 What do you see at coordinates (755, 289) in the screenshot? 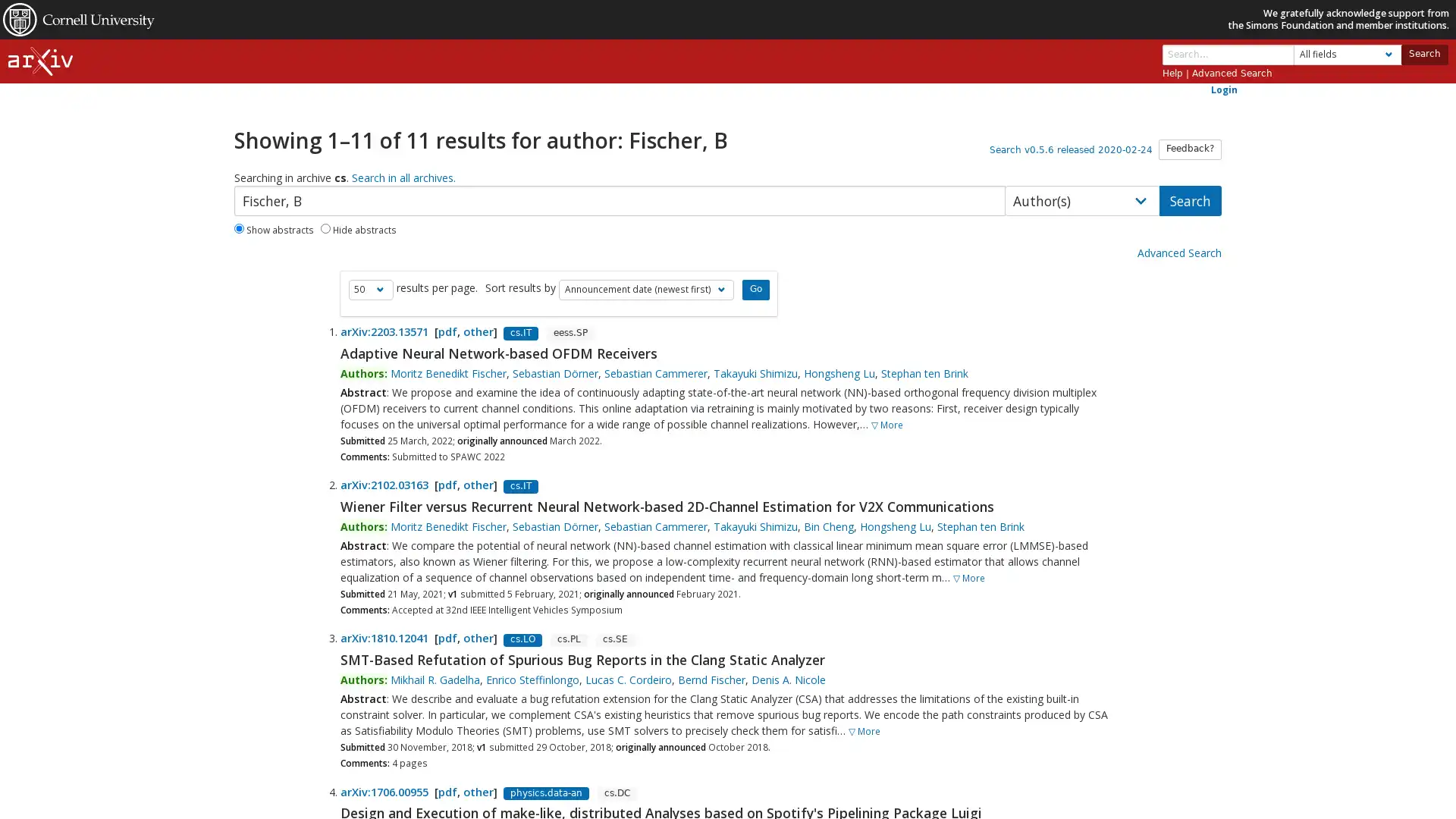
I see `Go` at bounding box center [755, 289].